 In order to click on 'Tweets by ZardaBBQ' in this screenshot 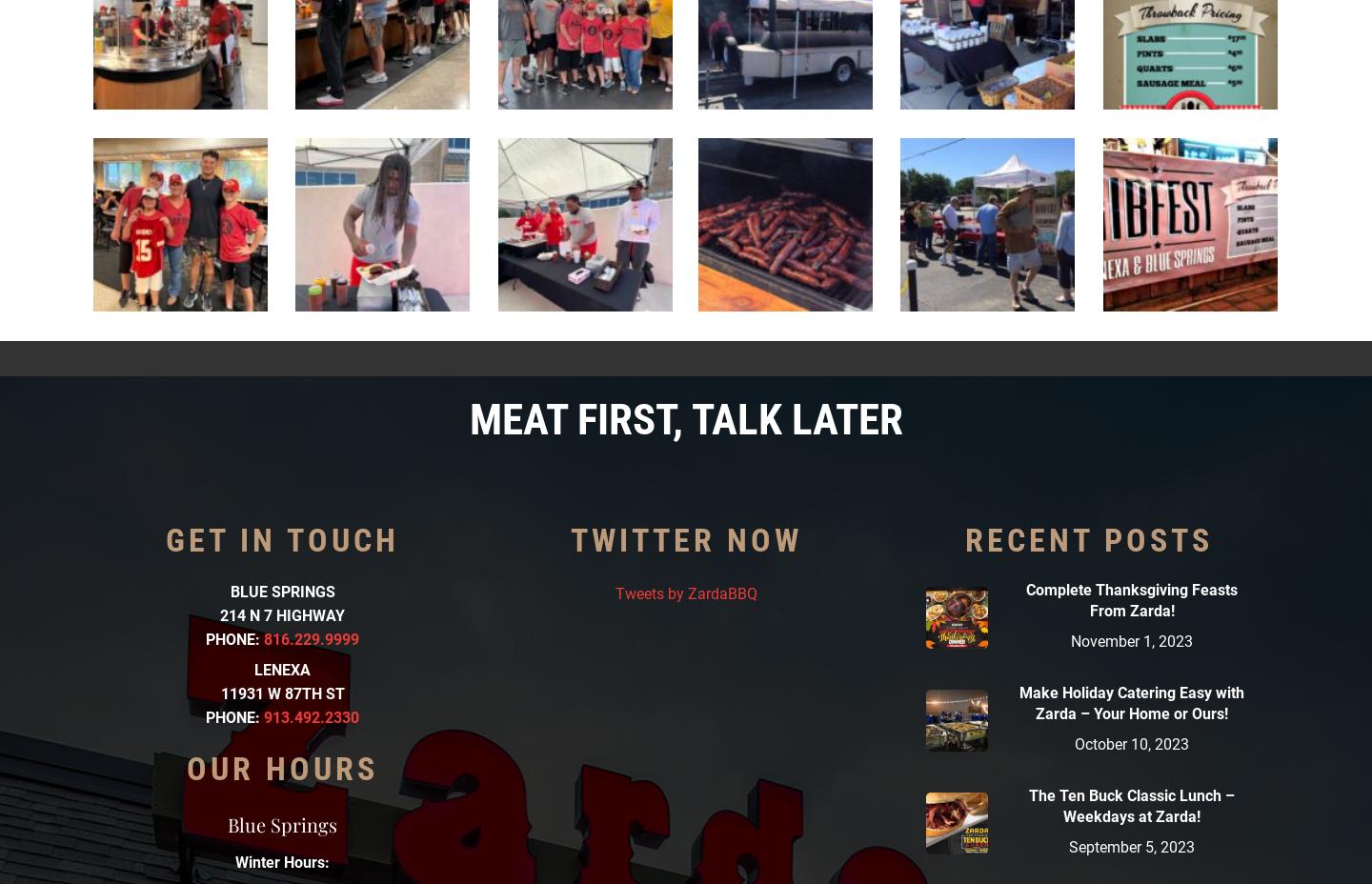, I will do `click(685, 593)`.